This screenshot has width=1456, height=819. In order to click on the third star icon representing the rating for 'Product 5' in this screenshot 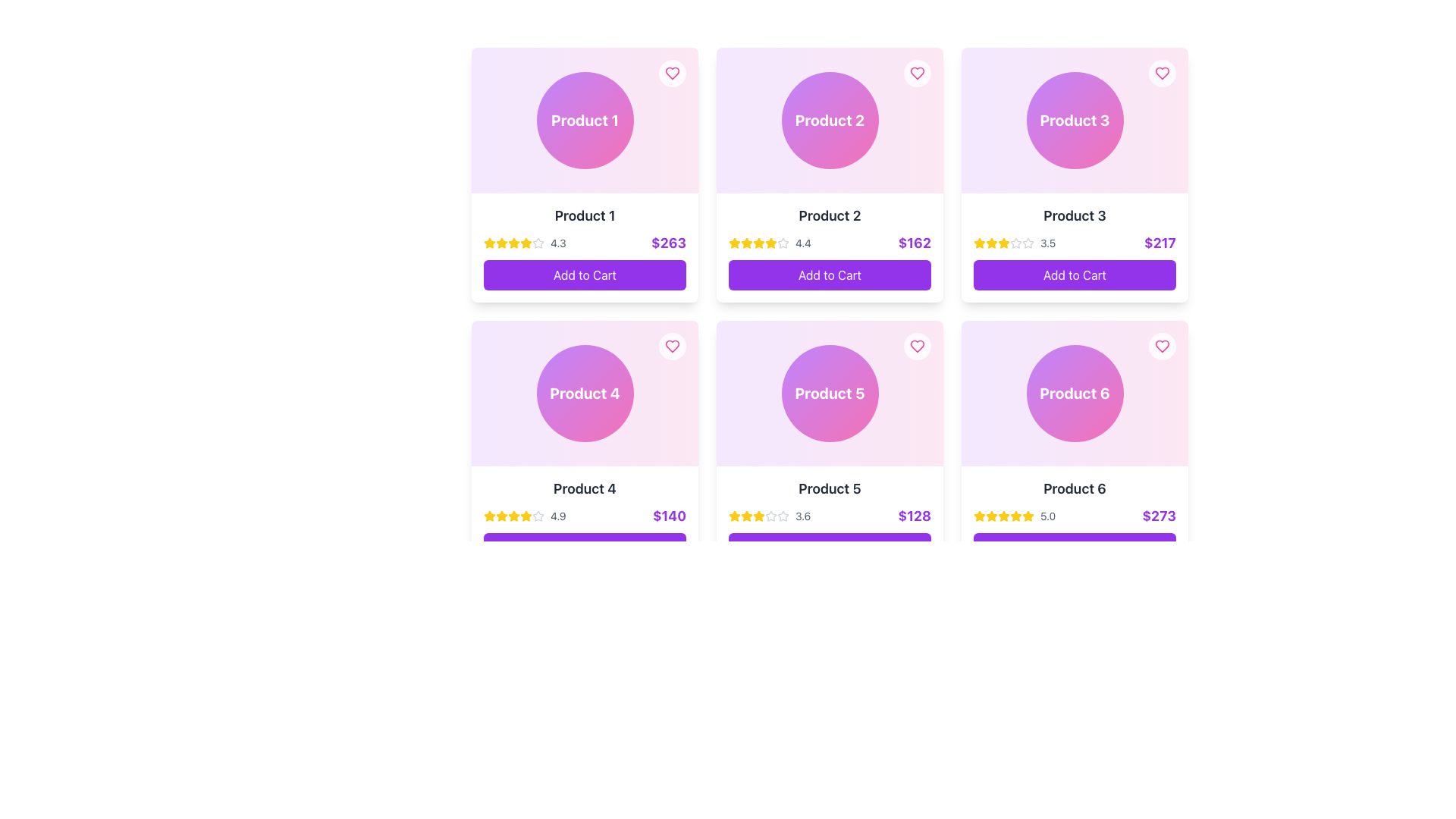, I will do `click(735, 515)`.